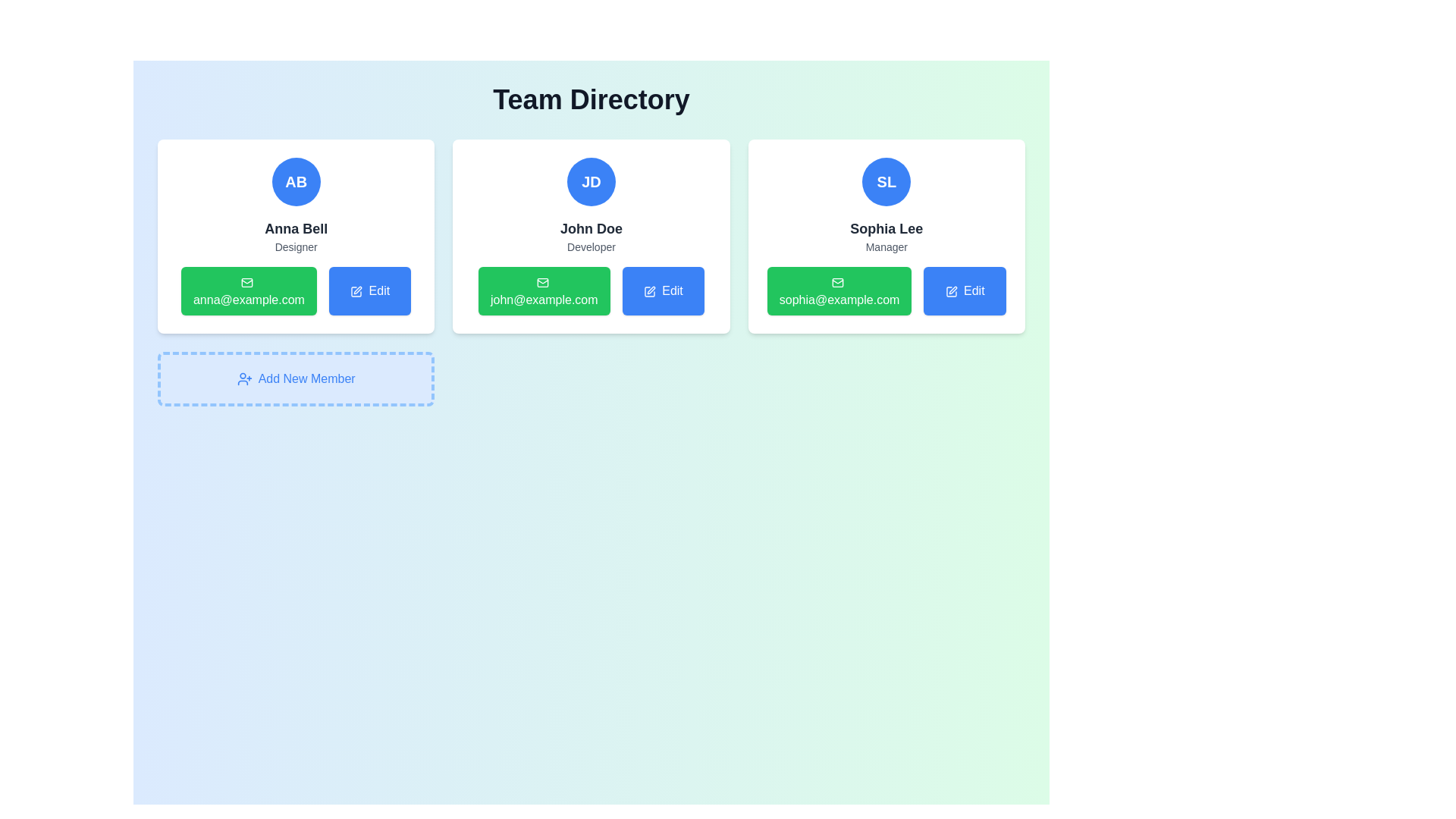  Describe the element at coordinates (839, 291) in the screenshot. I see `the green button labeled 'sophia@example.com' within the profile card of 'Sophia Lee'` at that location.